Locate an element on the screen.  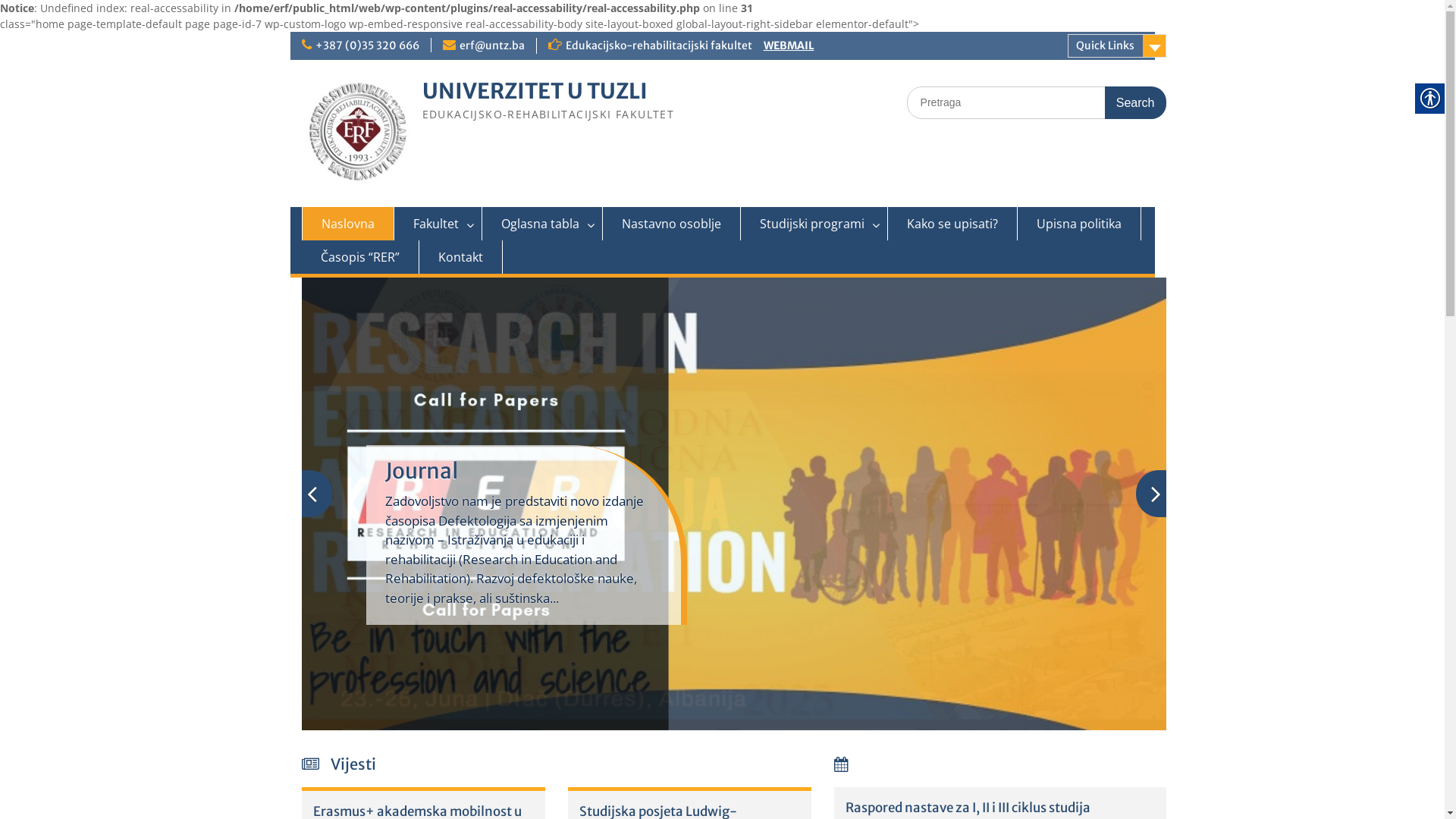
'Naslovna' is located at coordinates (347, 223).